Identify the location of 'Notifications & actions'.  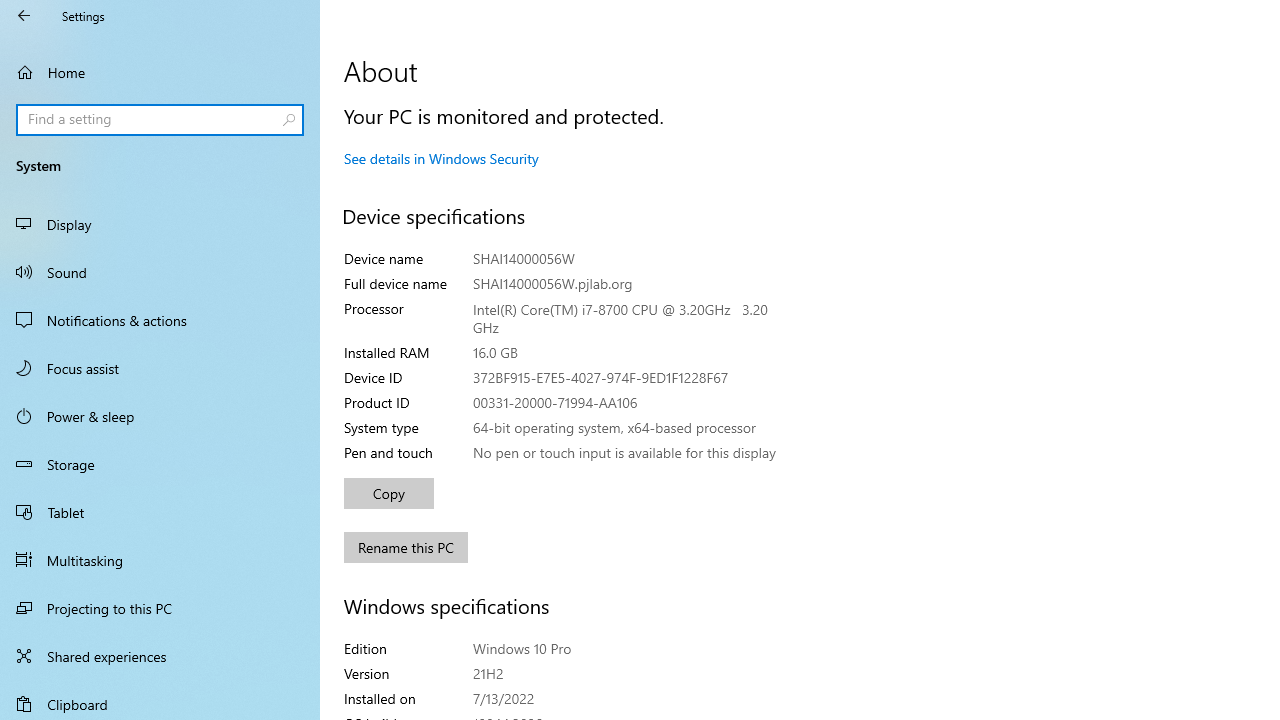
(160, 319).